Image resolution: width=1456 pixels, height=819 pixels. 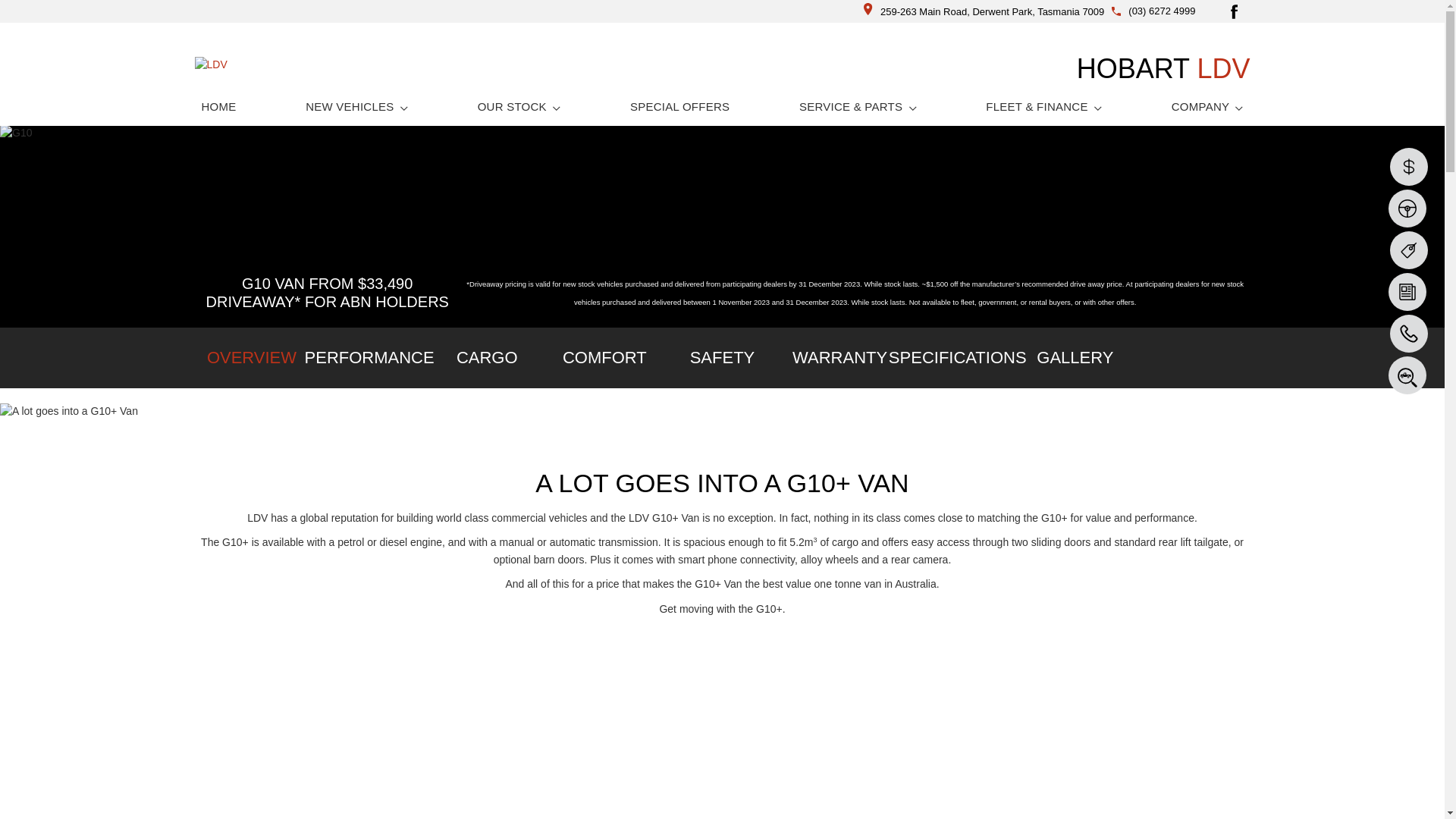 I want to click on 'CARGO', so click(x=487, y=357).